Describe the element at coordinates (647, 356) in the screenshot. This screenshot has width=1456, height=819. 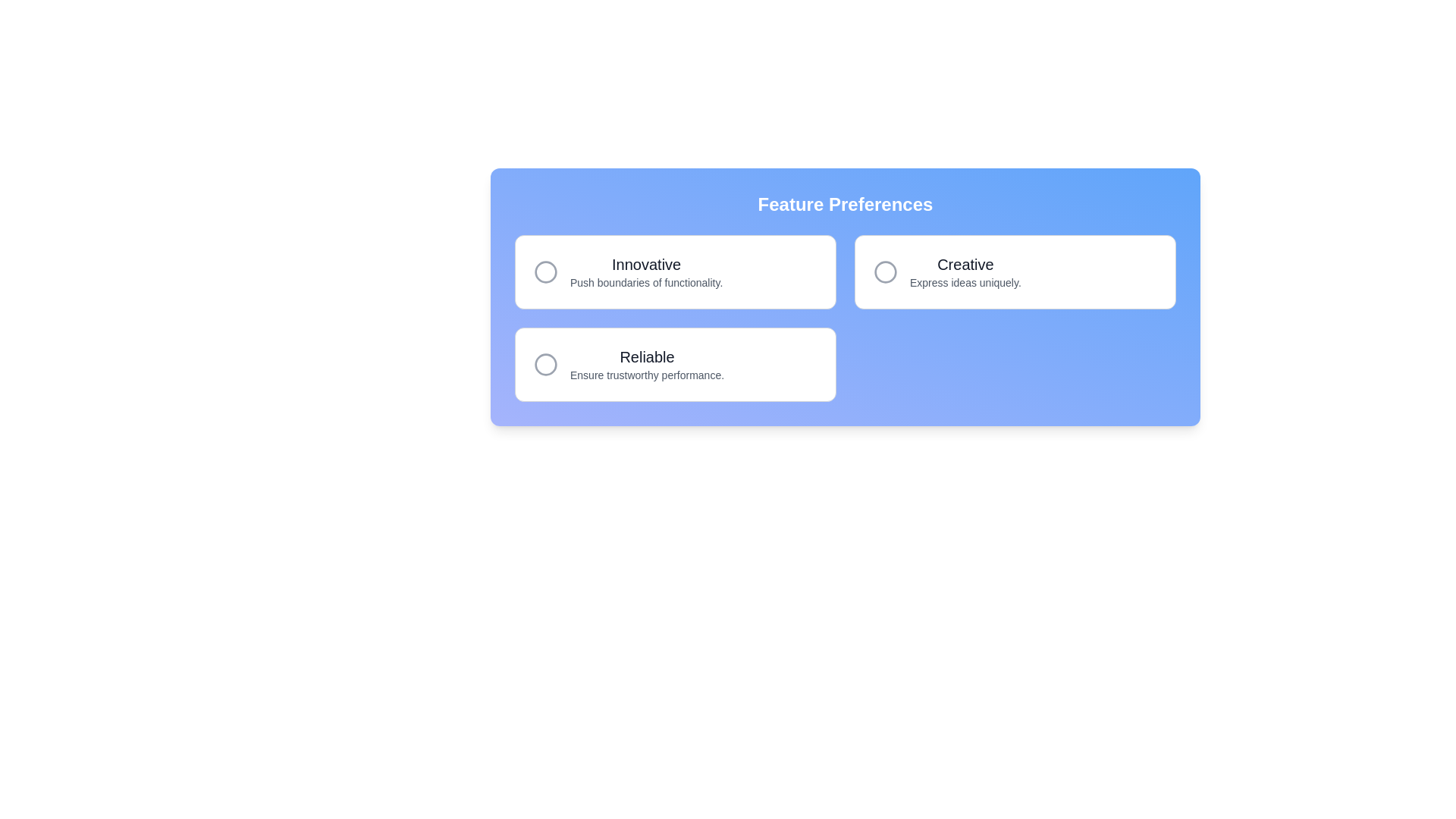
I see `the text label that serves as a title for the corresponding feature preference option, located in the bottom-left portion of the feature preference section, above the description 'Ensure trustworthy performance.'` at that location.